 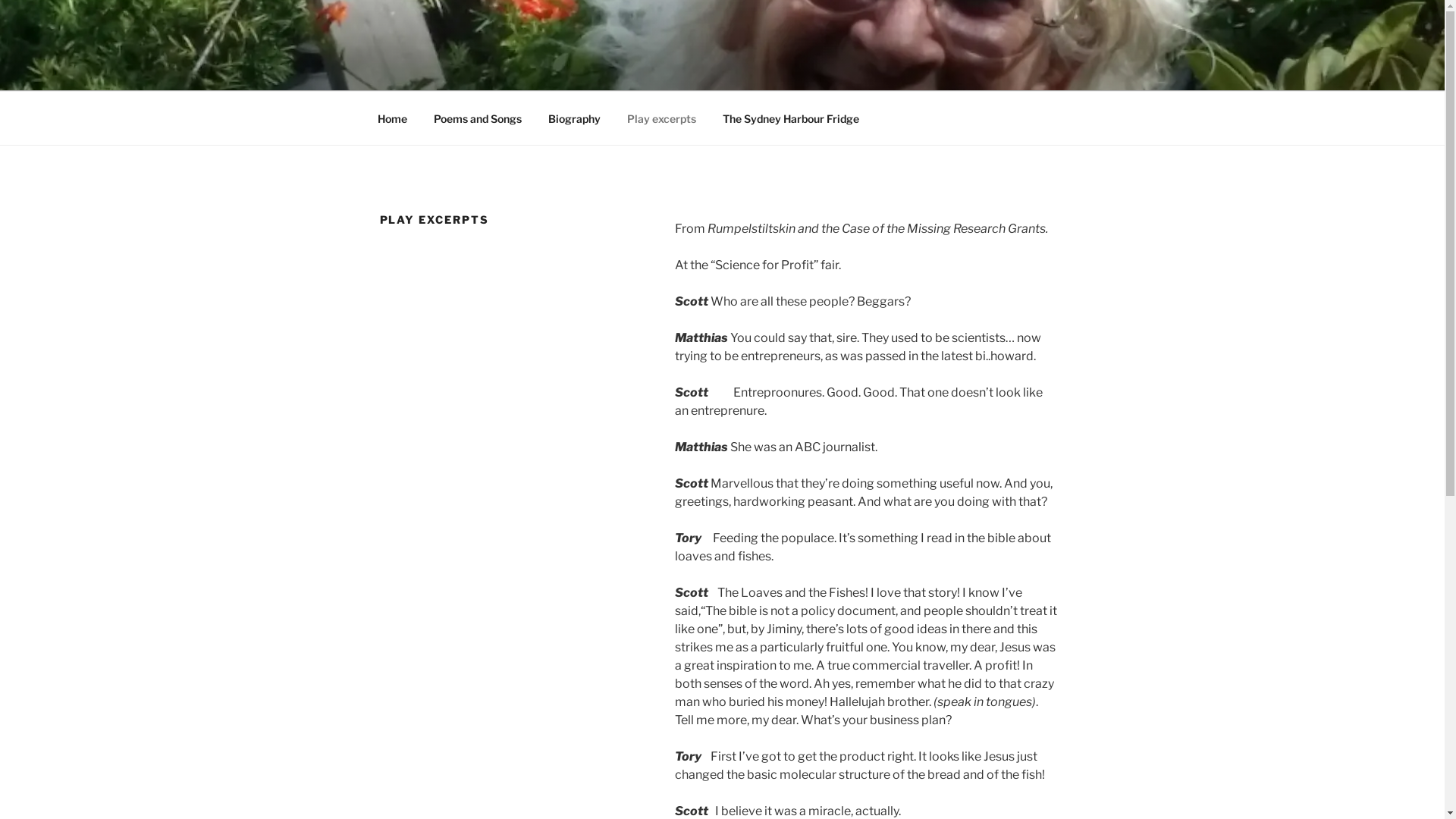 I want to click on 'Home', so click(x=392, y=118).